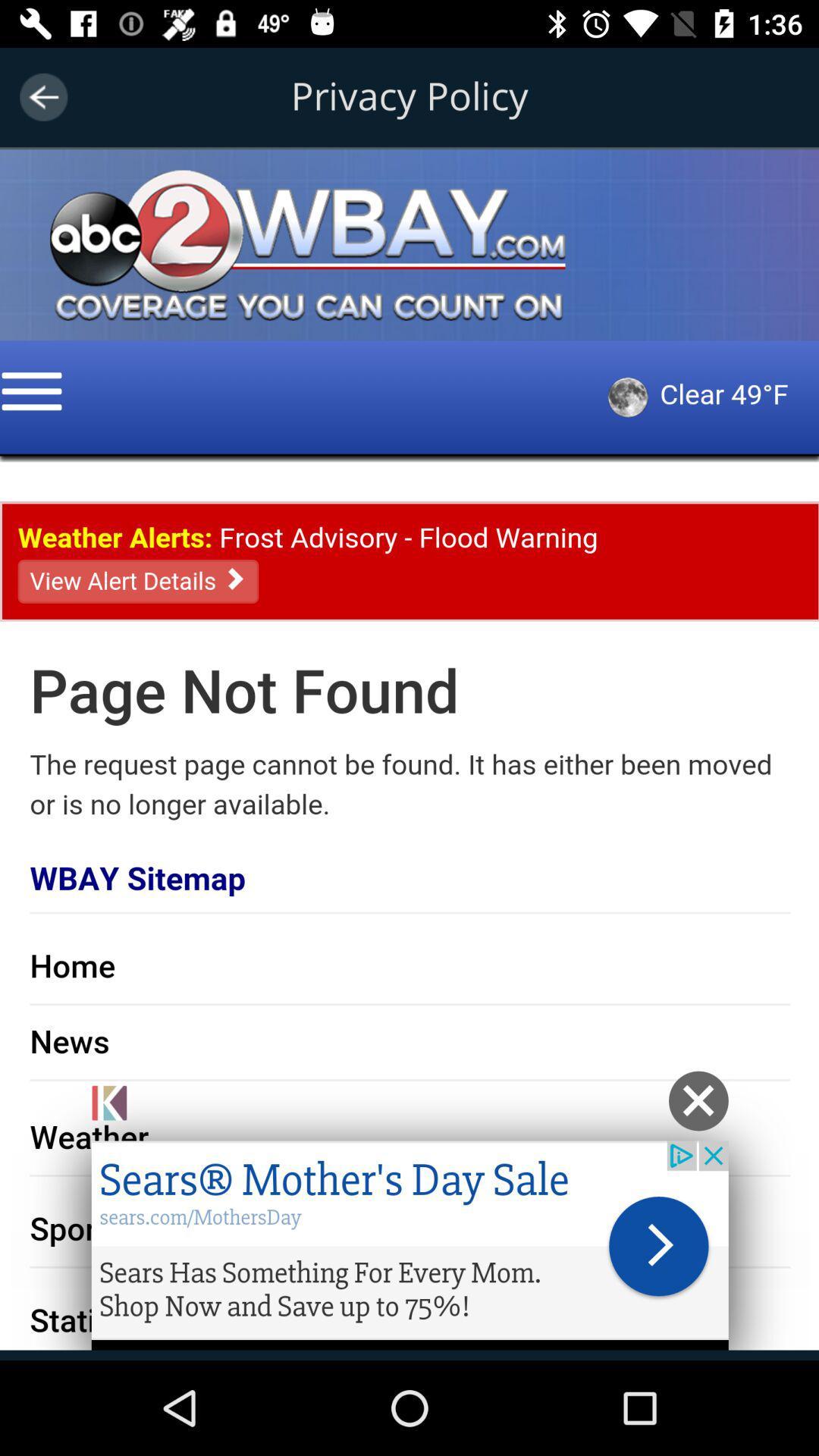 Image resolution: width=819 pixels, height=1456 pixels. Describe the element at coordinates (42, 96) in the screenshot. I see `the arrow_backward icon` at that location.